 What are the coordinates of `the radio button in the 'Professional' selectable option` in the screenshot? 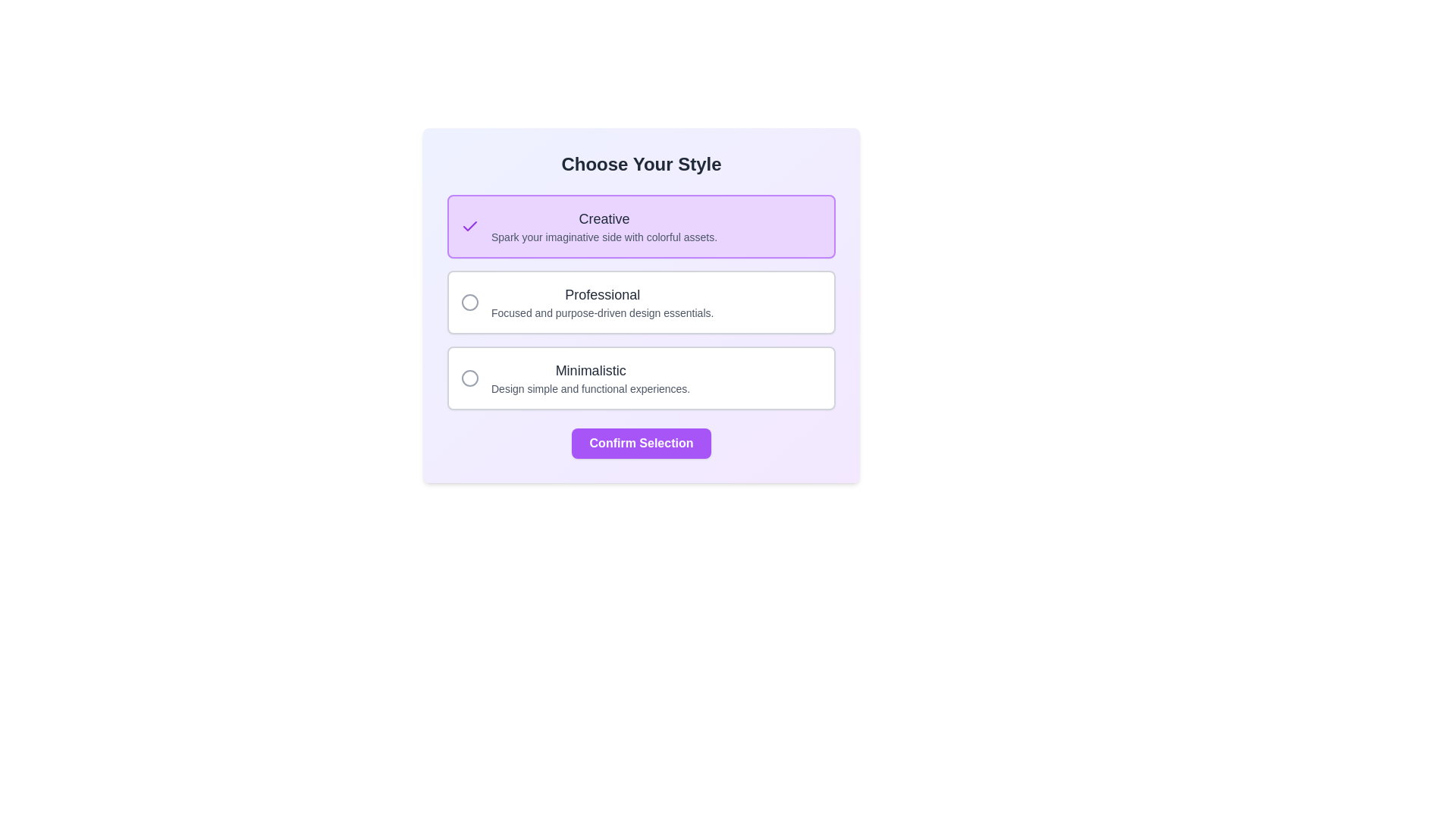 It's located at (641, 302).